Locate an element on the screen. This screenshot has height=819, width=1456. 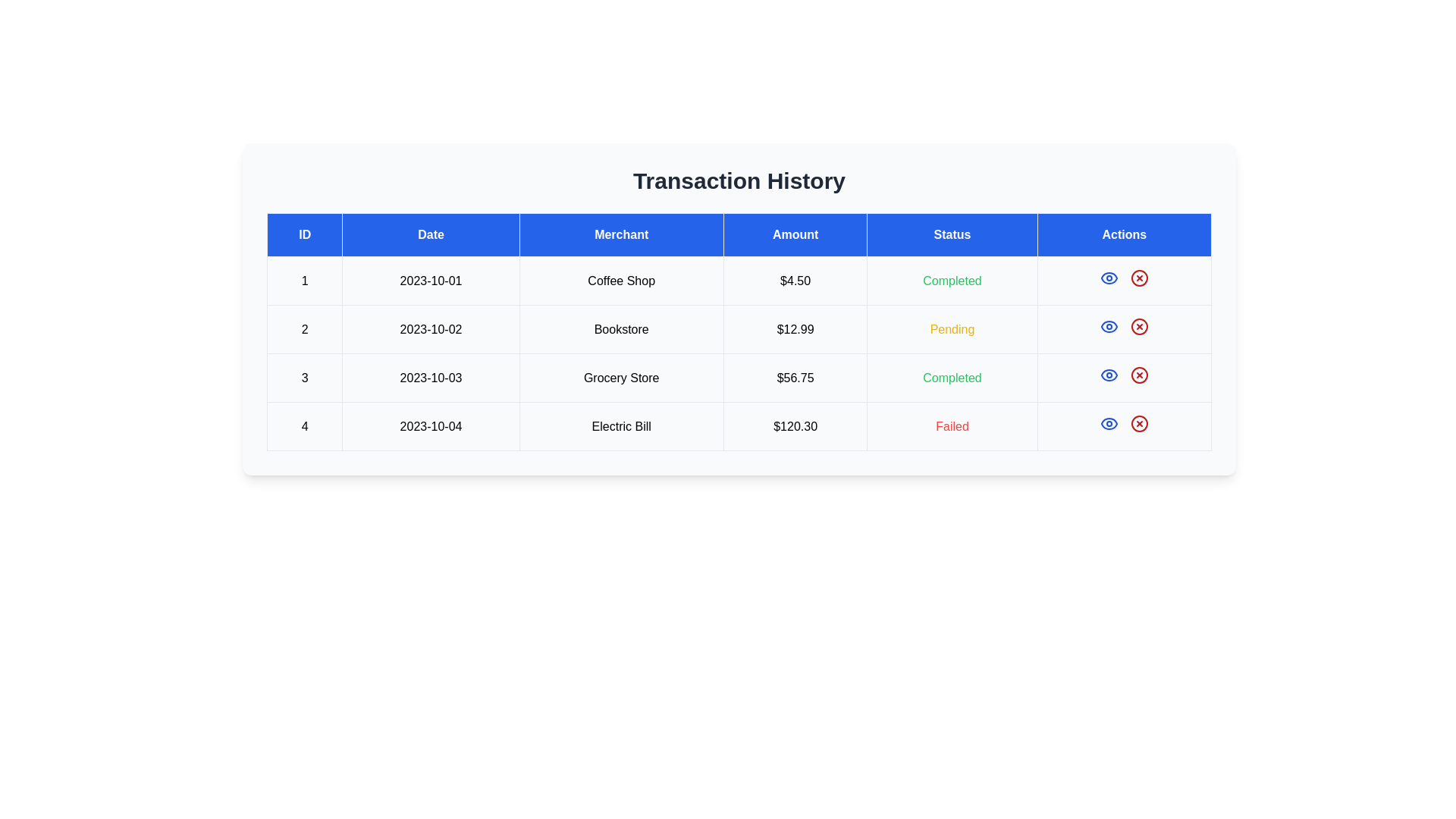
the view details icon for the transaction with ID 1 is located at coordinates (1109, 278).